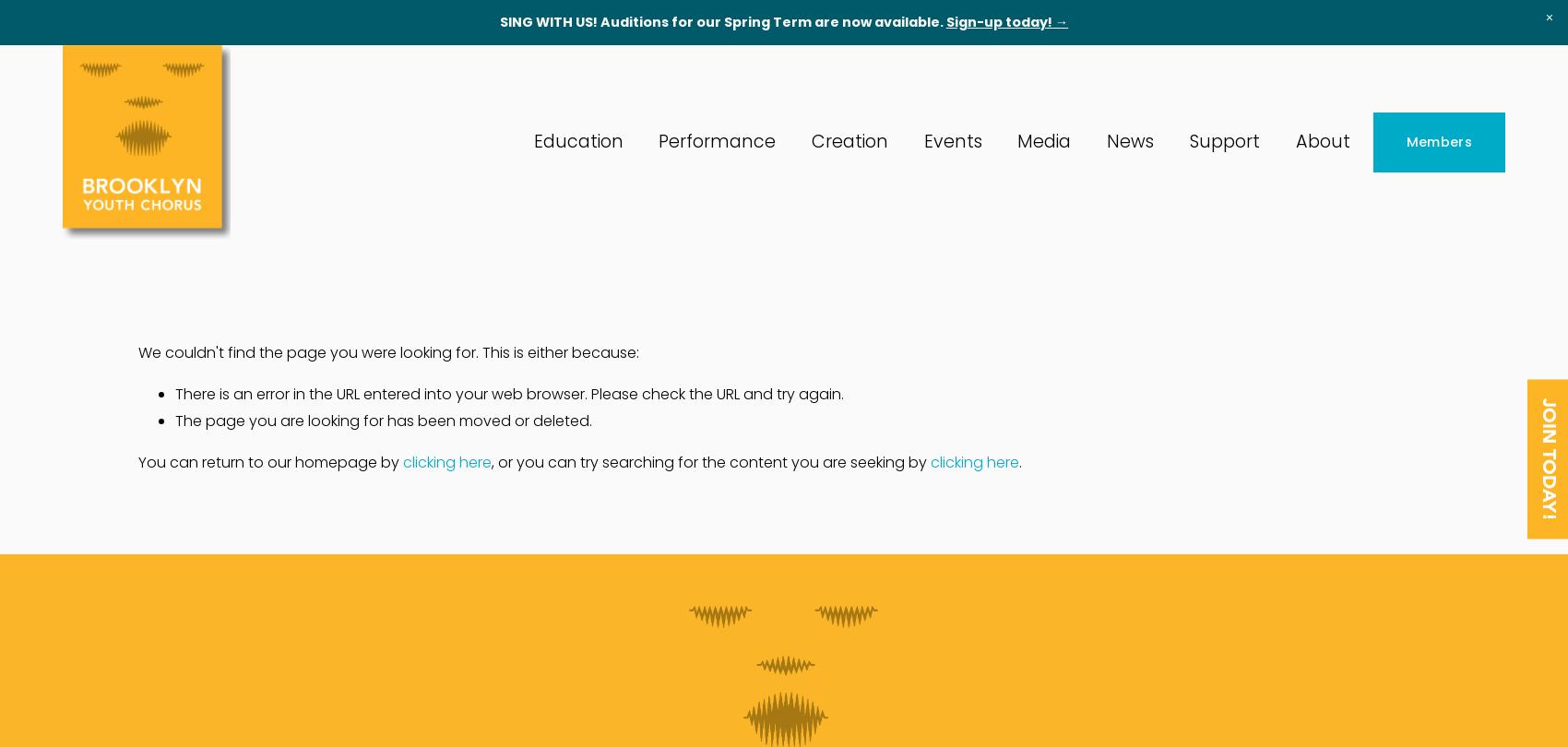  What do you see at coordinates (1129, 141) in the screenshot?
I see `'News'` at bounding box center [1129, 141].